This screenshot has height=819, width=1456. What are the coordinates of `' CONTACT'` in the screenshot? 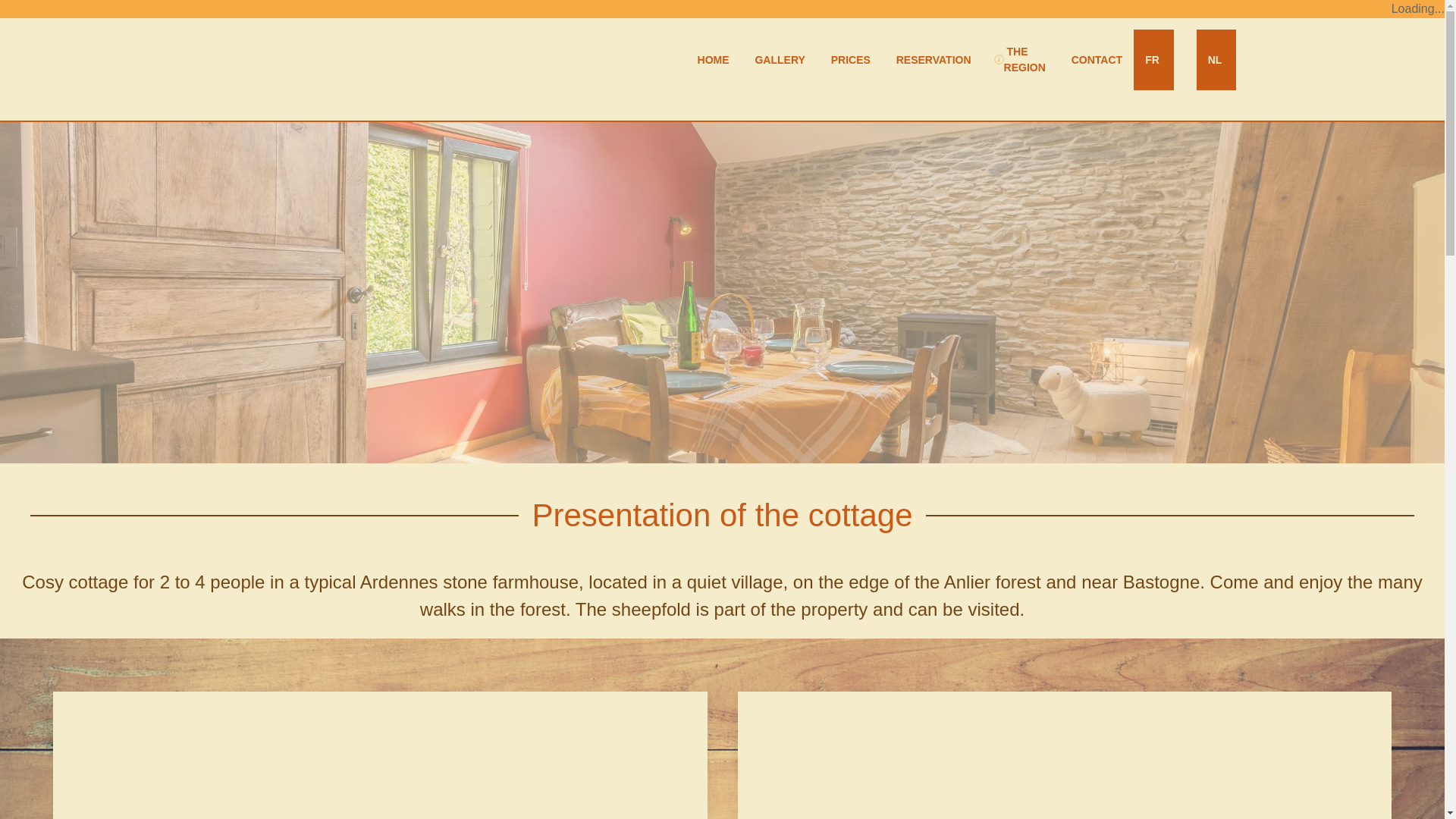 It's located at (1095, 58).